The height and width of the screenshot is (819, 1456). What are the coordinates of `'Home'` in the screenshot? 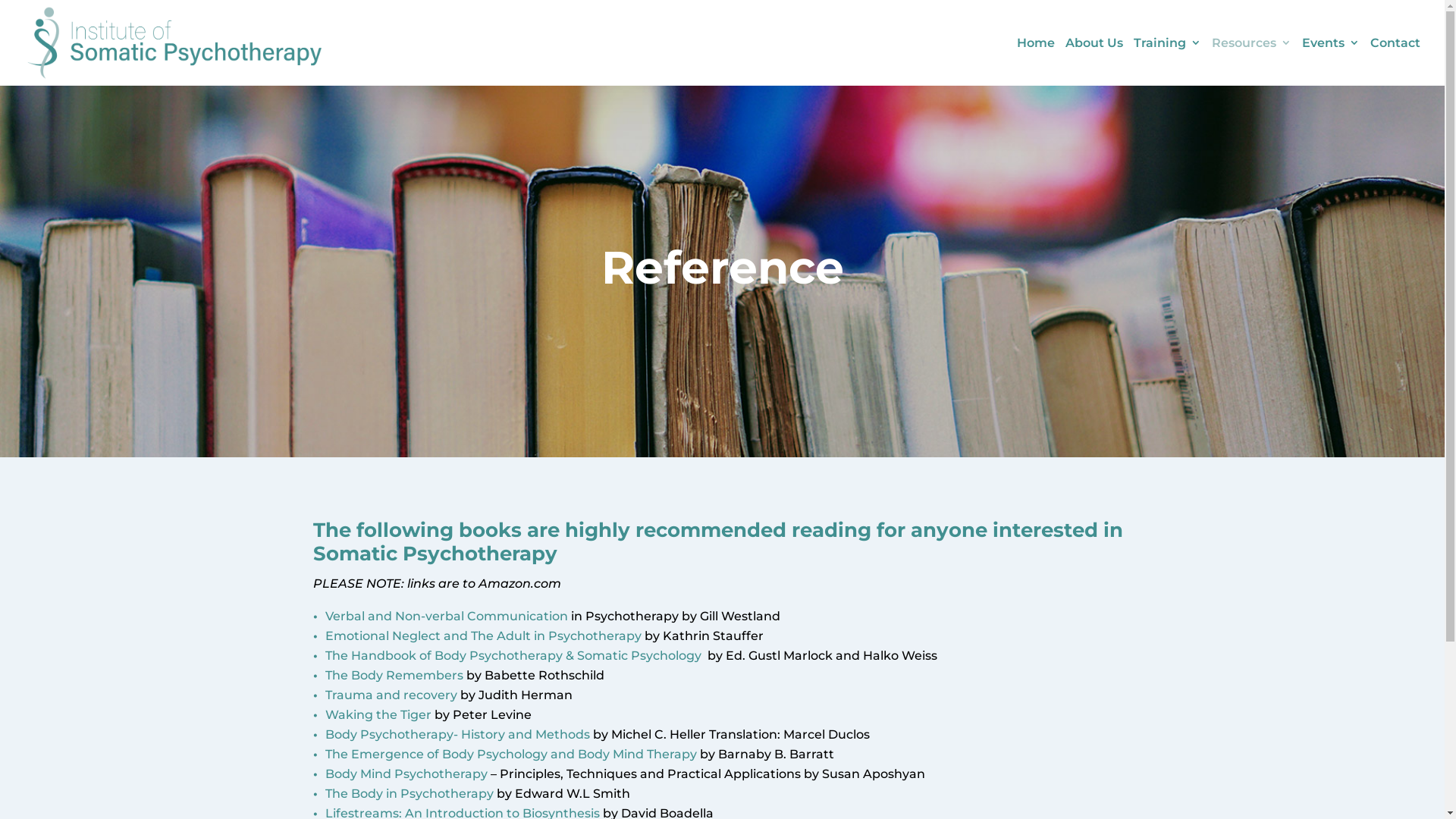 It's located at (1035, 61).